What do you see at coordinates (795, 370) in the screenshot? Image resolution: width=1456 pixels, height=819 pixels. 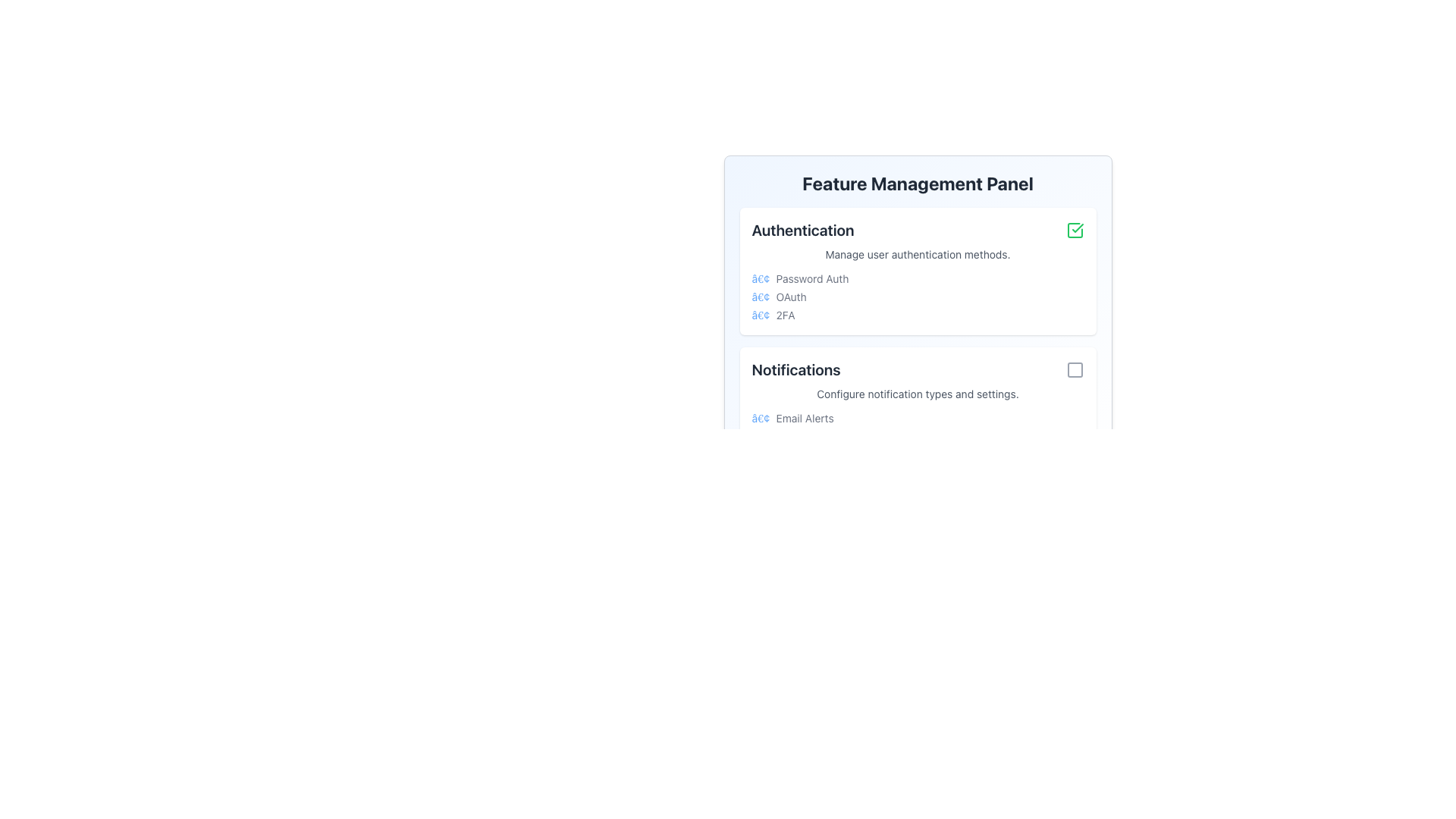 I see `the 'Notifications' section header text label, indicating the related content for notifications features` at bounding box center [795, 370].